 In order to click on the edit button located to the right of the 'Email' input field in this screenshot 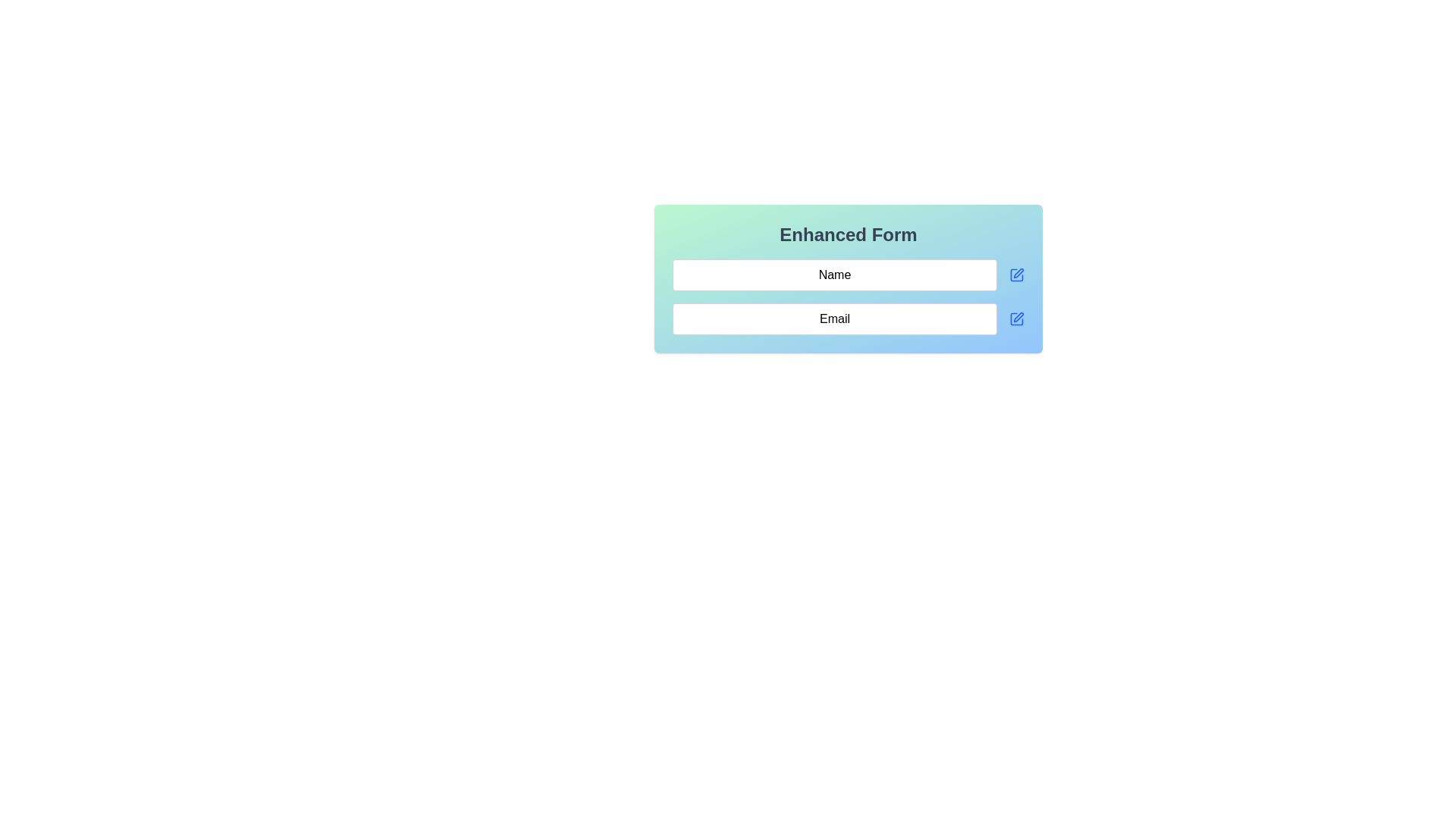, I will do `click(1016, 318)`.